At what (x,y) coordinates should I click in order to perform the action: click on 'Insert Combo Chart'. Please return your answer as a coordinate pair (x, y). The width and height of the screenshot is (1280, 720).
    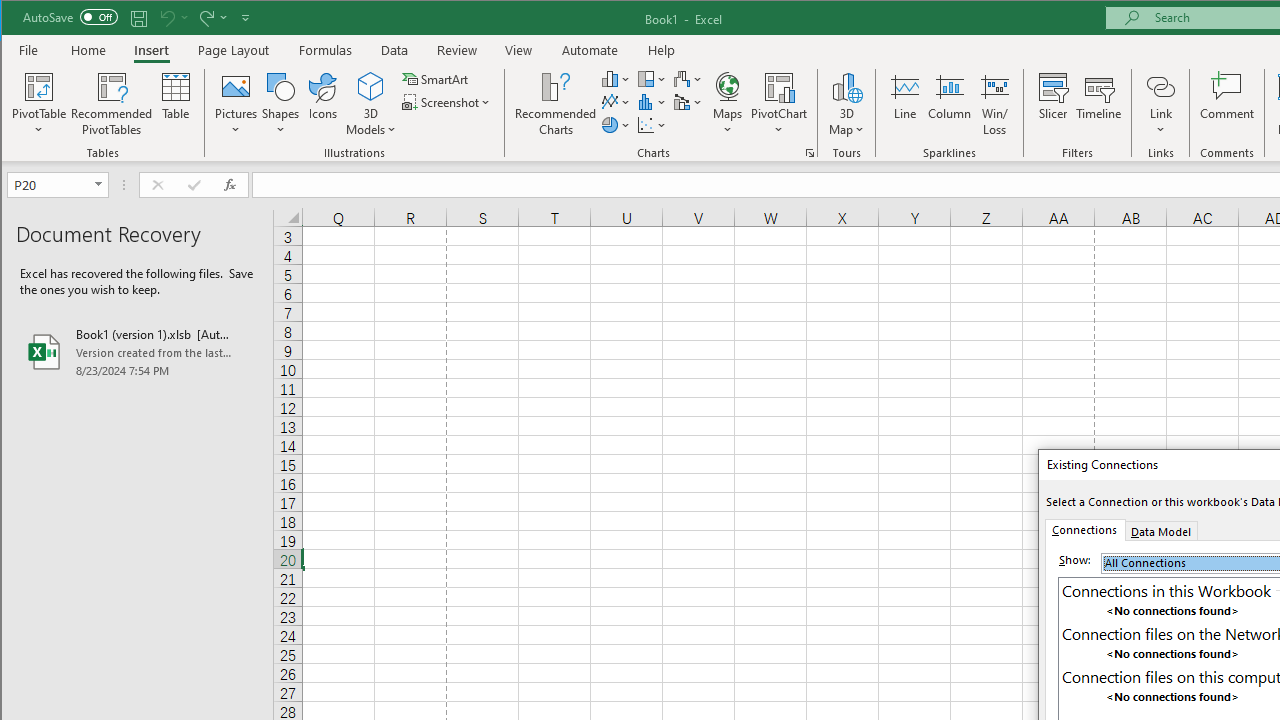
    Looking at the image, I should click on (688, 102).